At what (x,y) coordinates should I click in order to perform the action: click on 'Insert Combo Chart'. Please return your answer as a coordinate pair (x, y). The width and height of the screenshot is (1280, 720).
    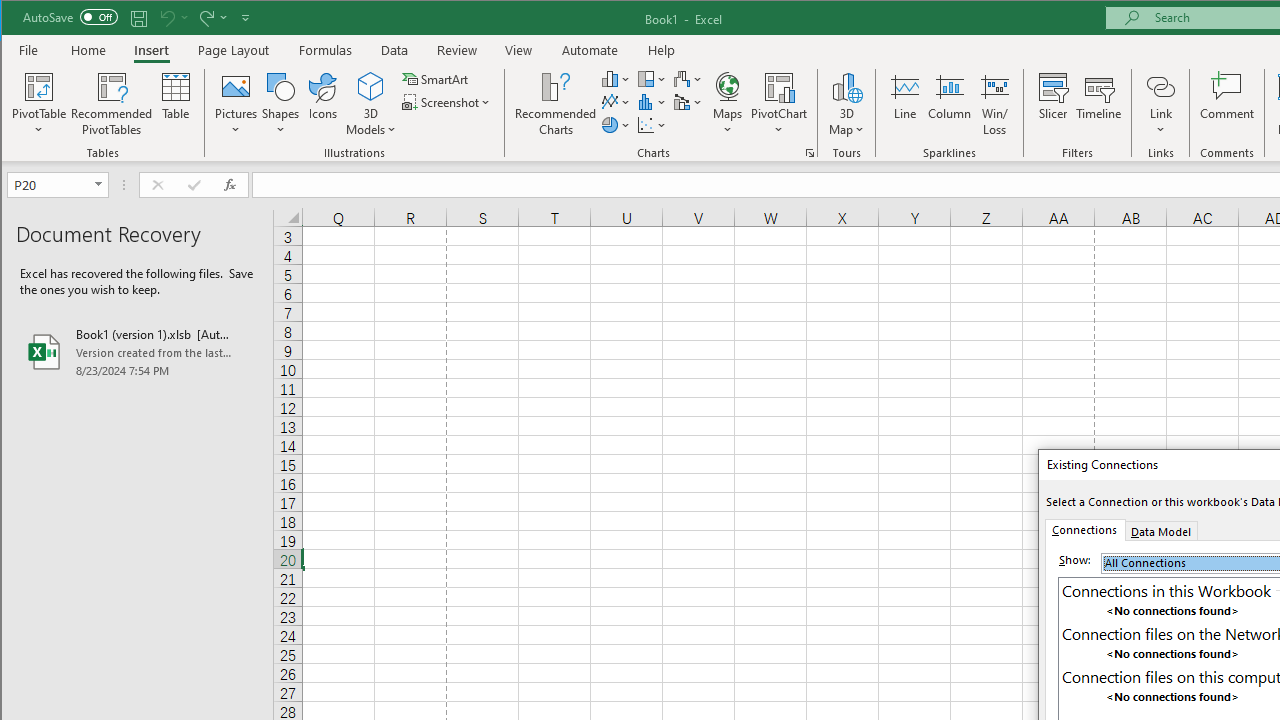
    Looking at the image, I should click on (688, 102).